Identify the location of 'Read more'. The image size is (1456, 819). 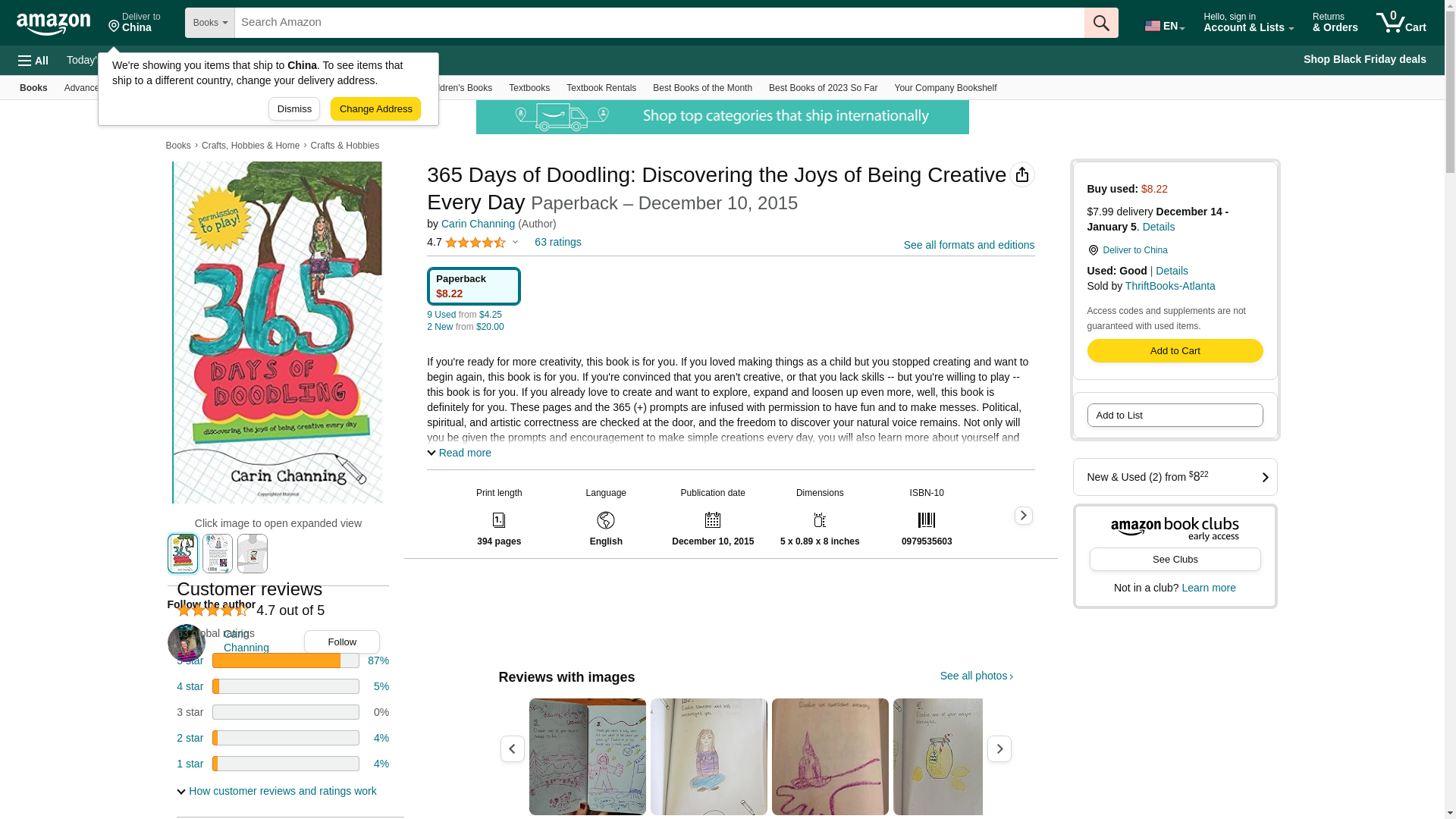
(458, 452).